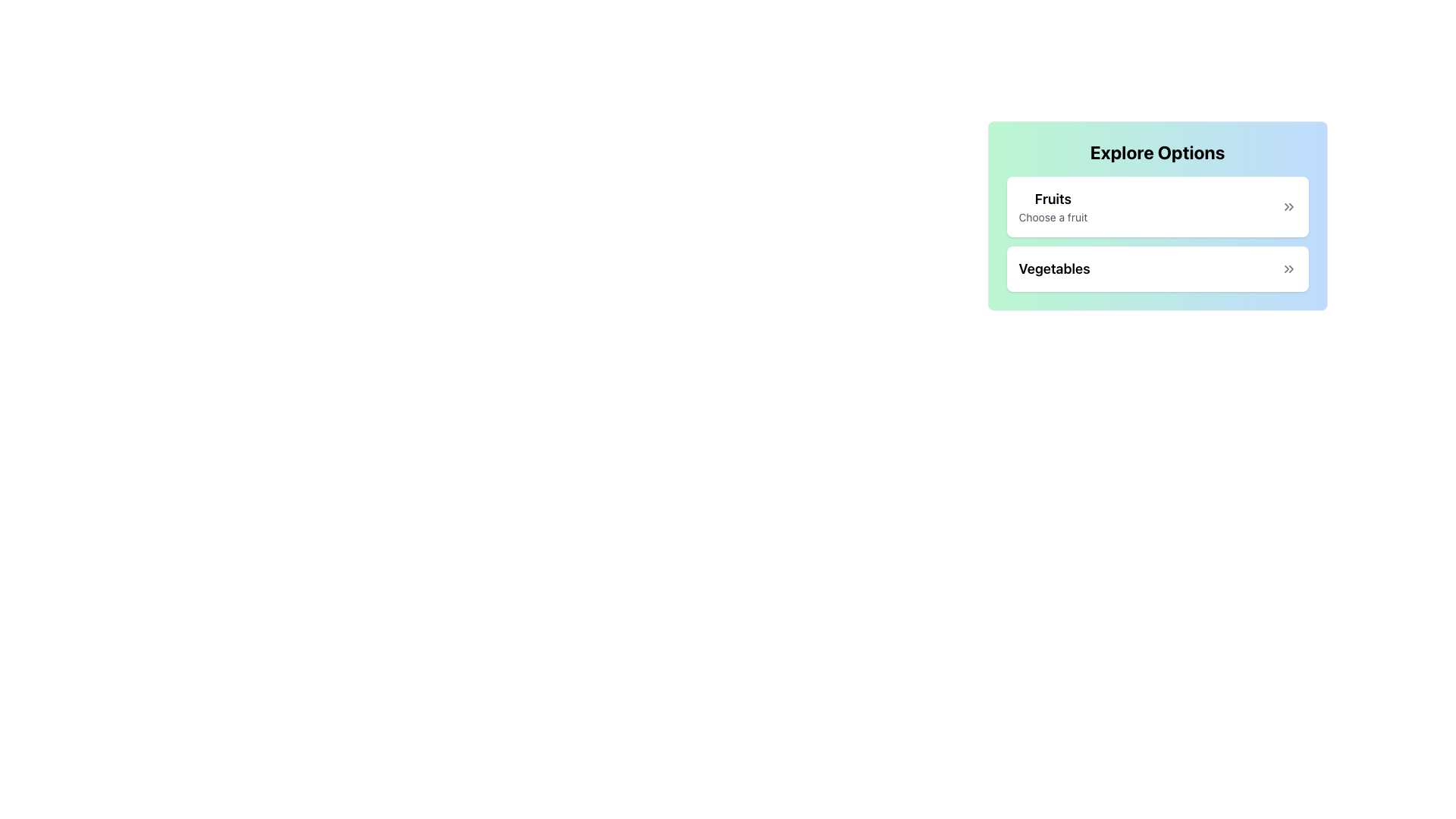 This screenshot has width=1456, height=819. What do you see at coordinates (1053, 268) in the screenshot?
I see `text label that displays 'Vegetables' in bold, large font, positioned below the 'Fruits' option` at bounding box center [1053, 268].